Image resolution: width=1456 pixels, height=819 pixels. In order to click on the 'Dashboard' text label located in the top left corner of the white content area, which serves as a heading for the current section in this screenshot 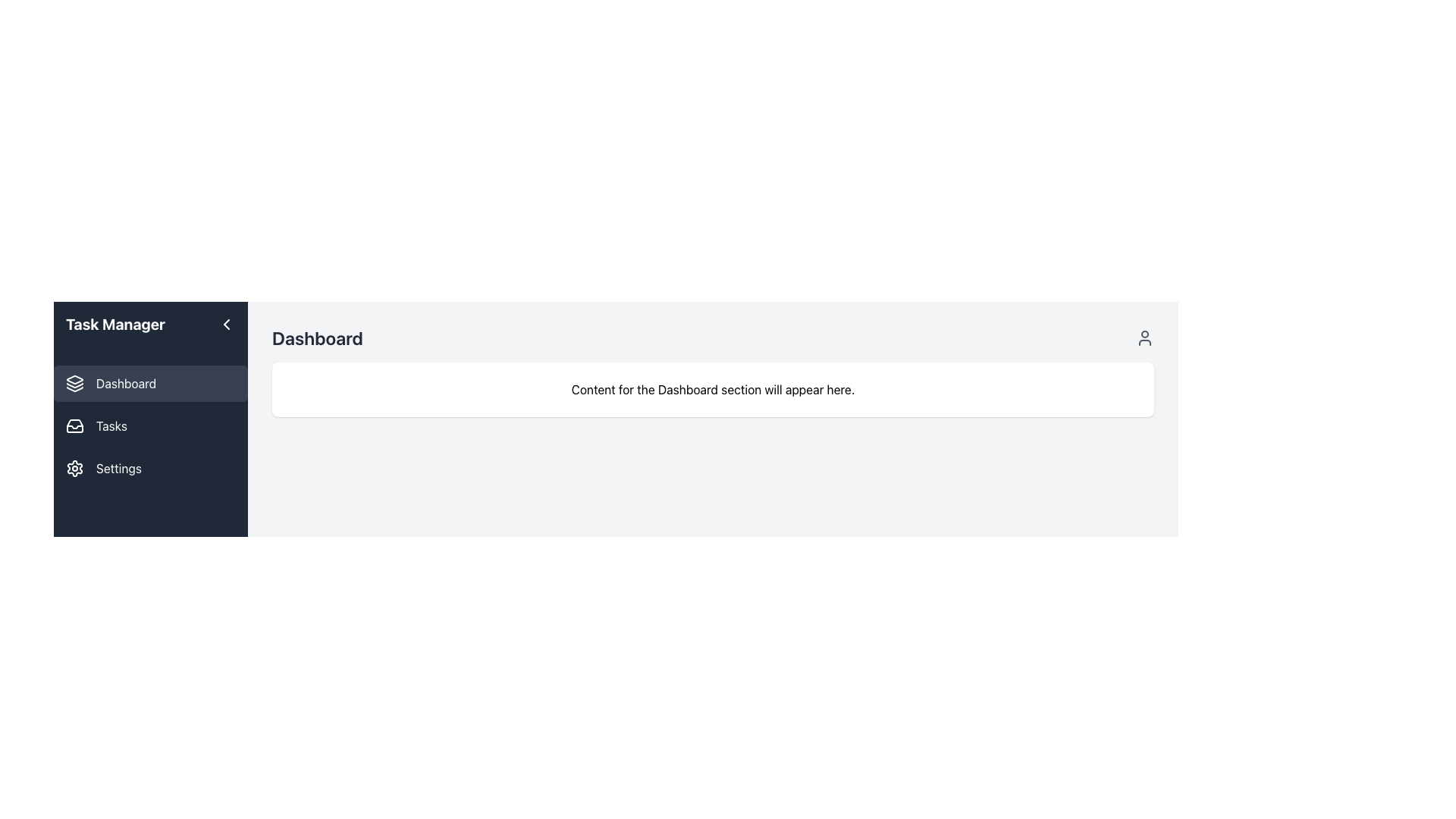, I will do `click(316, 337)`.